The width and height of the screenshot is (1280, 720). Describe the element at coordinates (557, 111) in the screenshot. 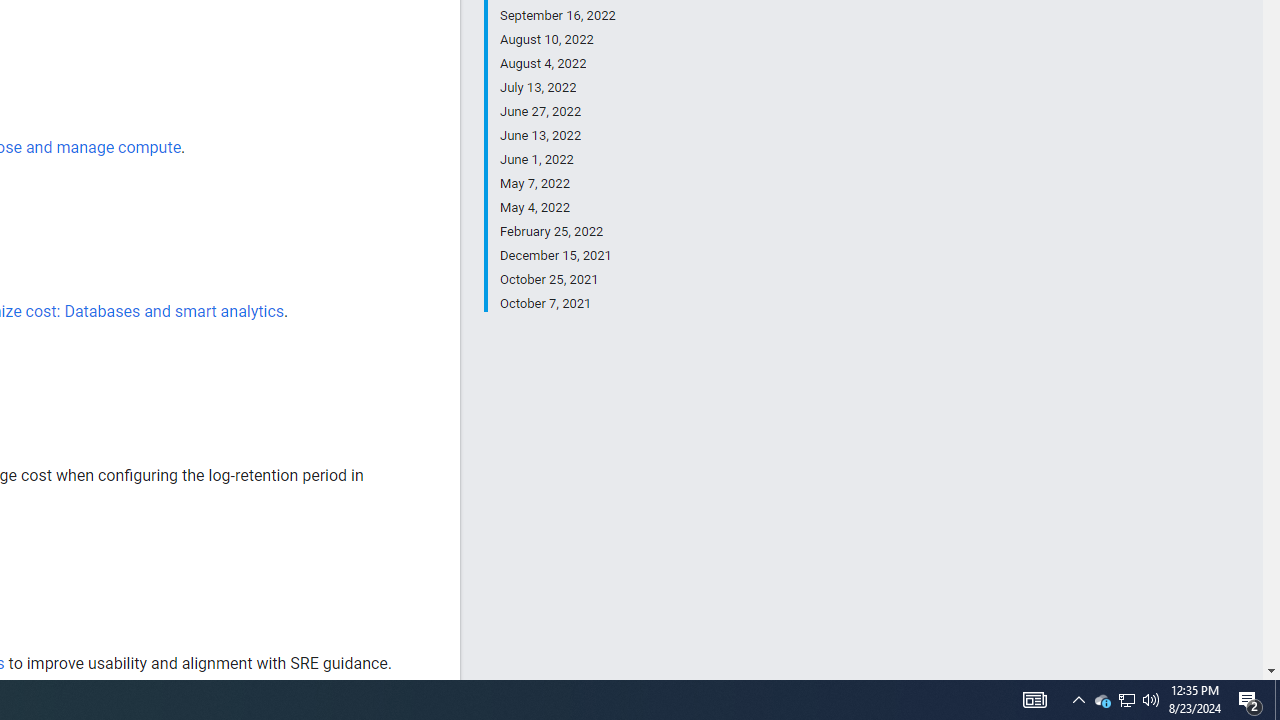

I see `'June 27, 2022'` at that location.